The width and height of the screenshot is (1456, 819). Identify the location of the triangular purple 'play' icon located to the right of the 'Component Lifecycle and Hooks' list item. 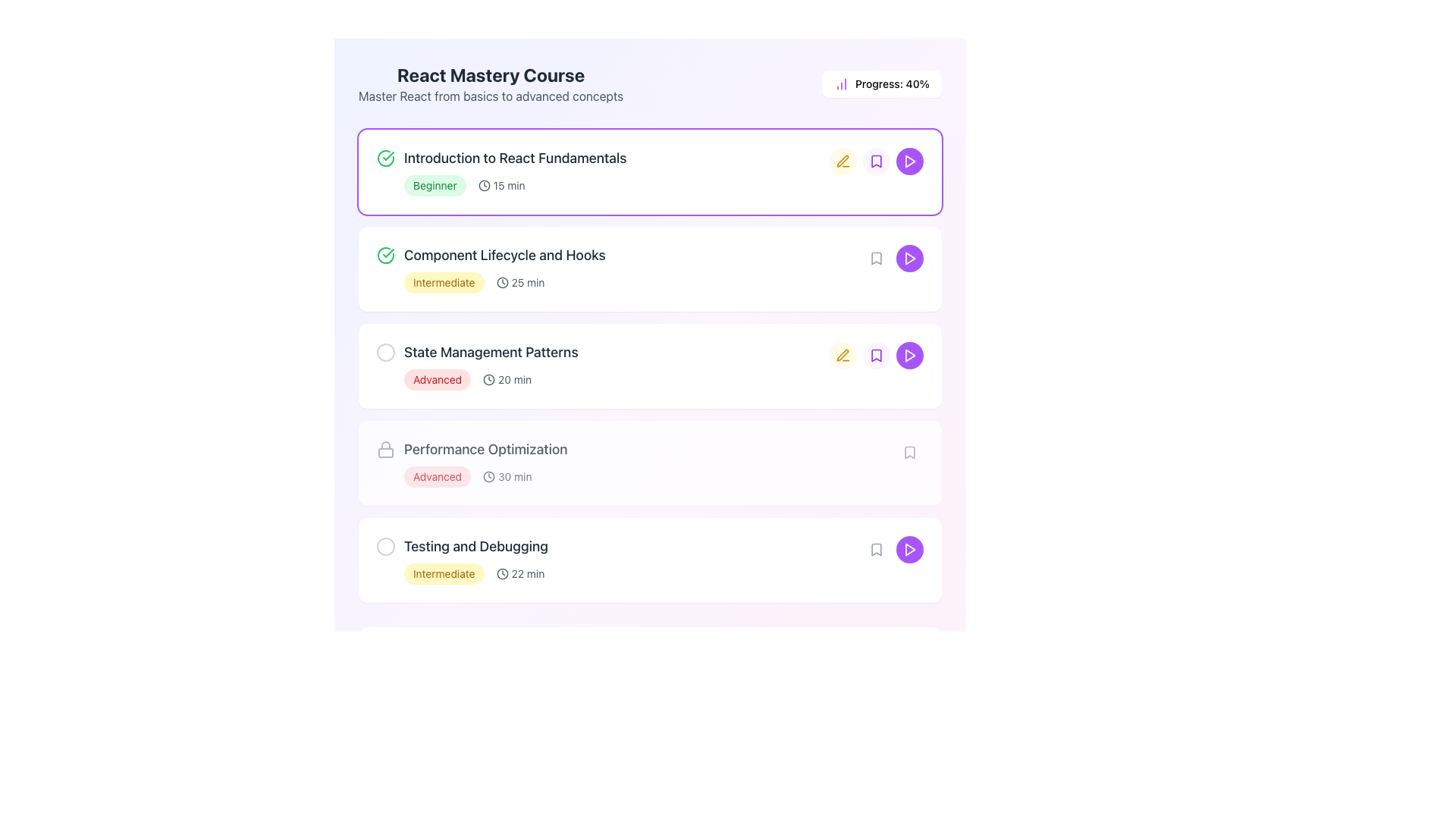
(910, 356).